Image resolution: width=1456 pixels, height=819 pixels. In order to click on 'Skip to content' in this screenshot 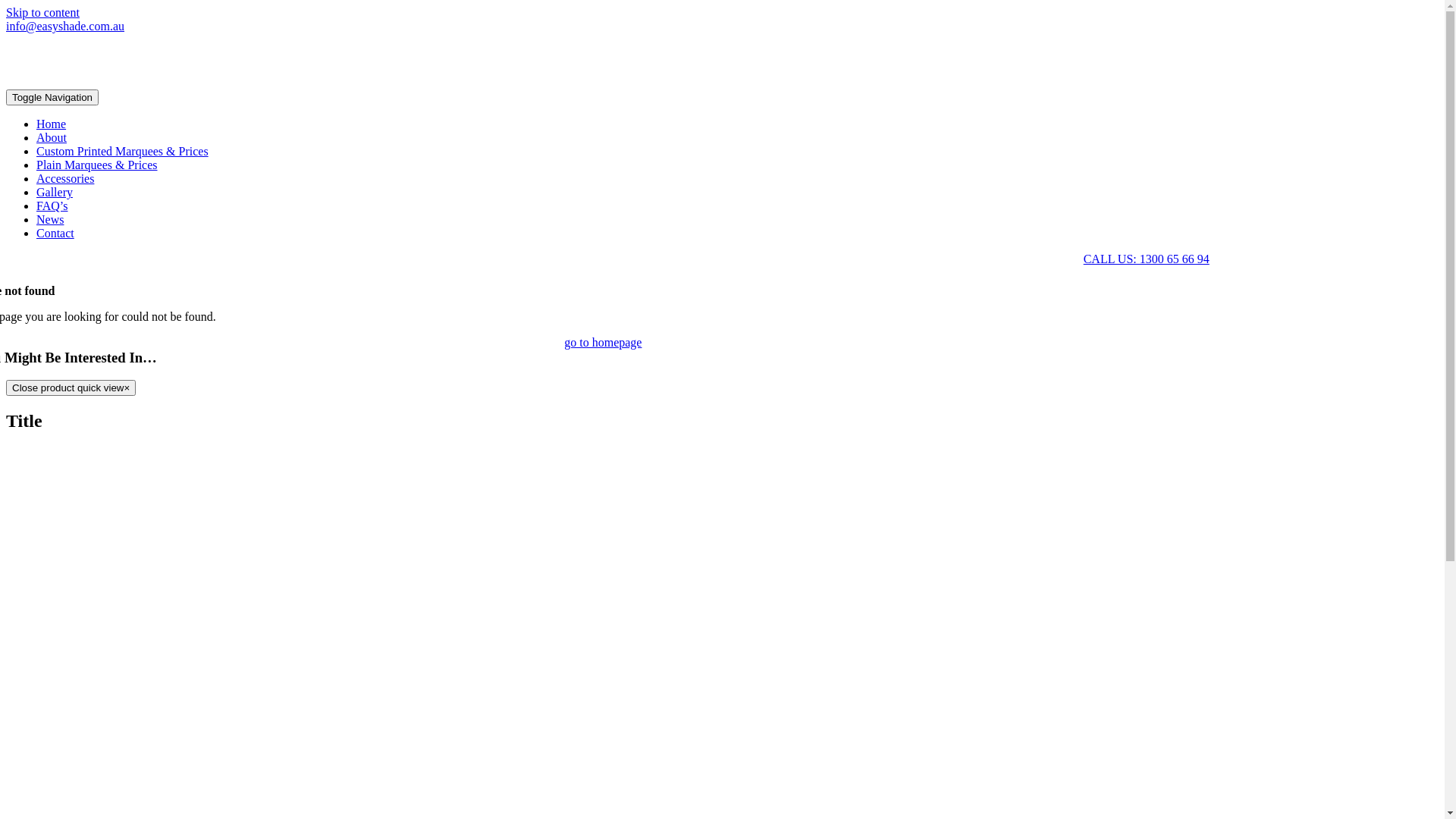, I will do `click(42, 12)`.